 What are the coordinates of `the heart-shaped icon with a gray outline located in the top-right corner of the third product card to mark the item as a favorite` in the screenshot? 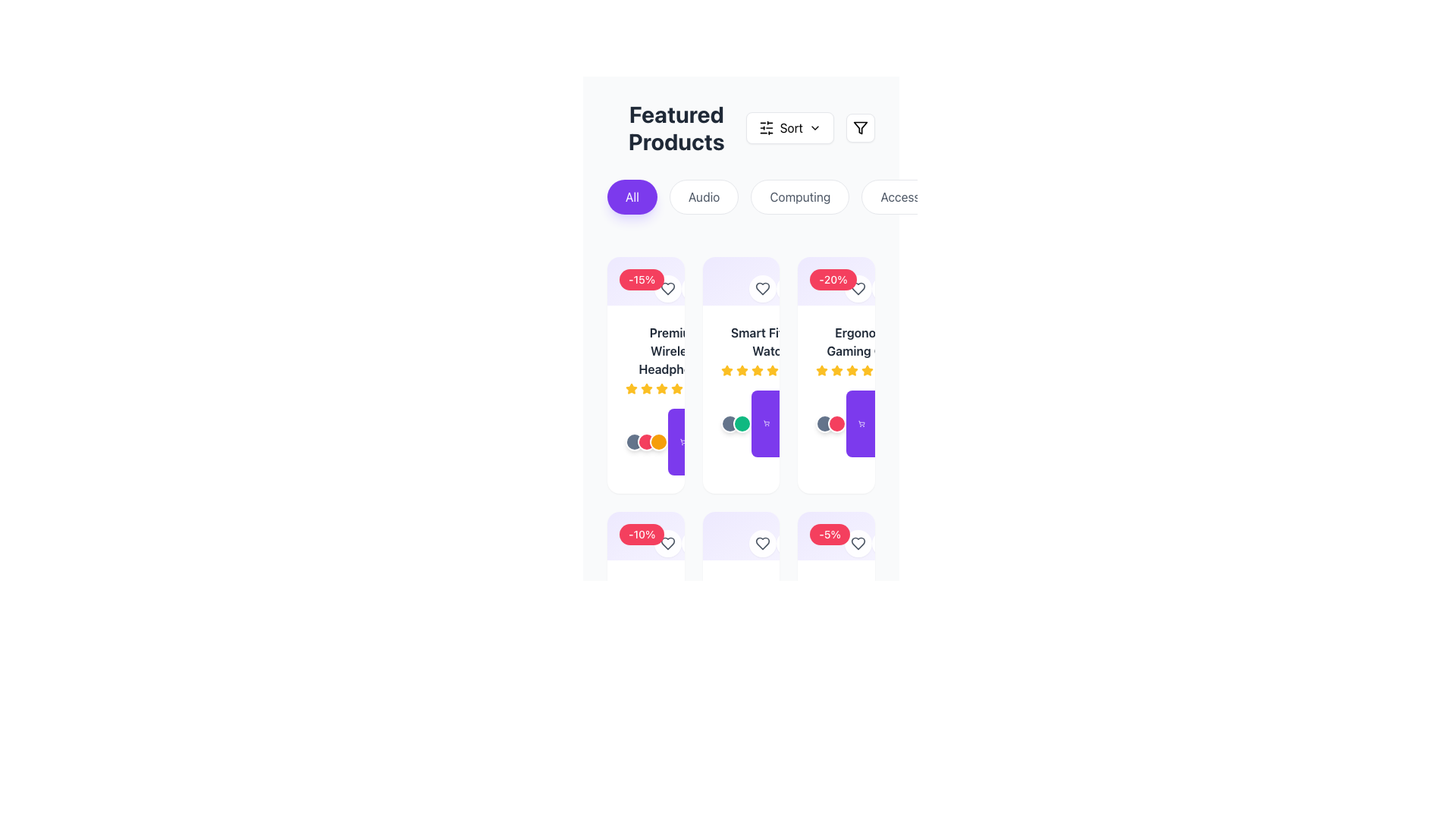 It's located at (763, 289).